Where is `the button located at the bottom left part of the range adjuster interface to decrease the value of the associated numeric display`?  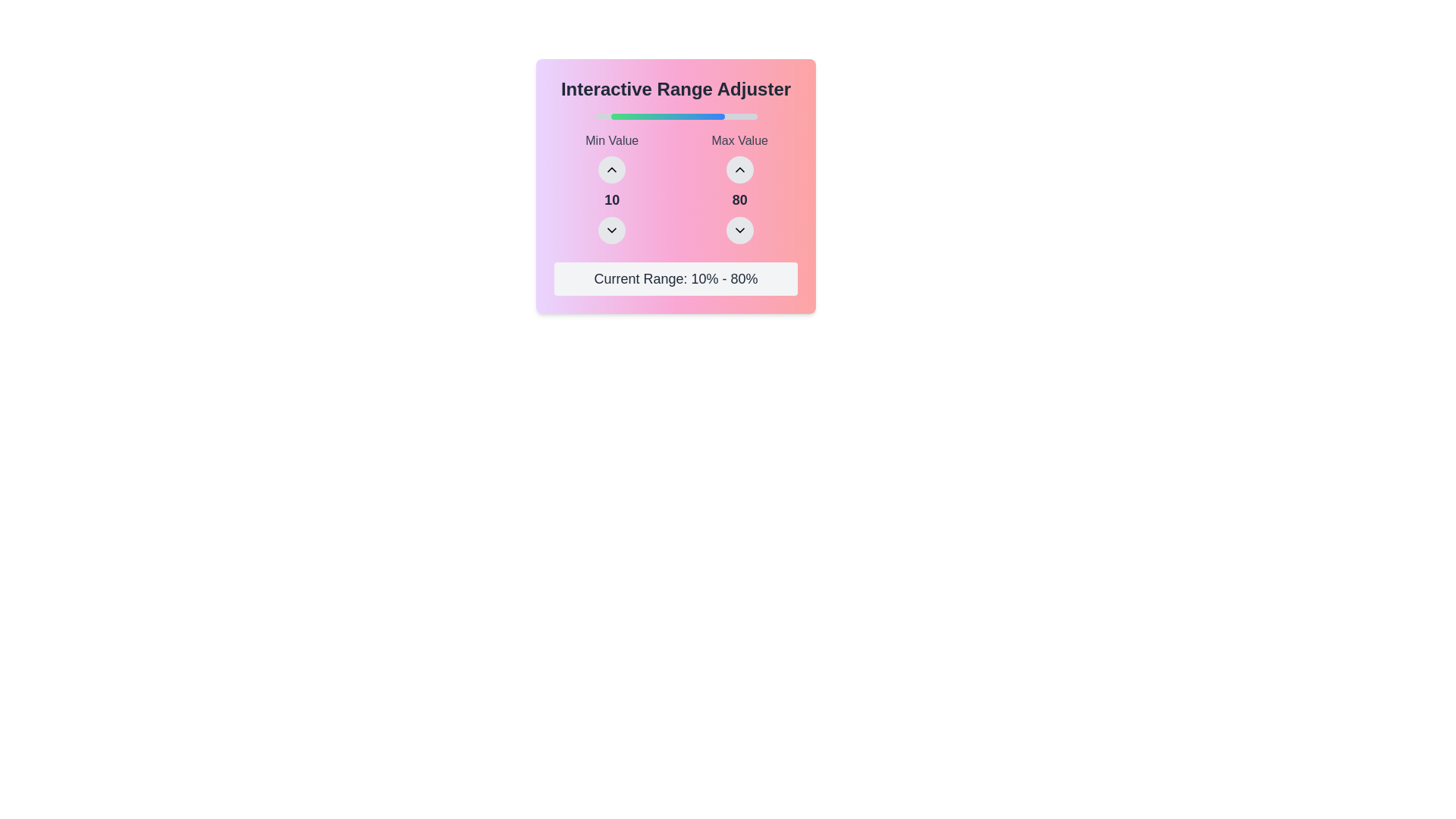 the button located at the bottom left part of the range adjuster interface to decrease the value of the associated numeric display is located at coordinates (612, 231).